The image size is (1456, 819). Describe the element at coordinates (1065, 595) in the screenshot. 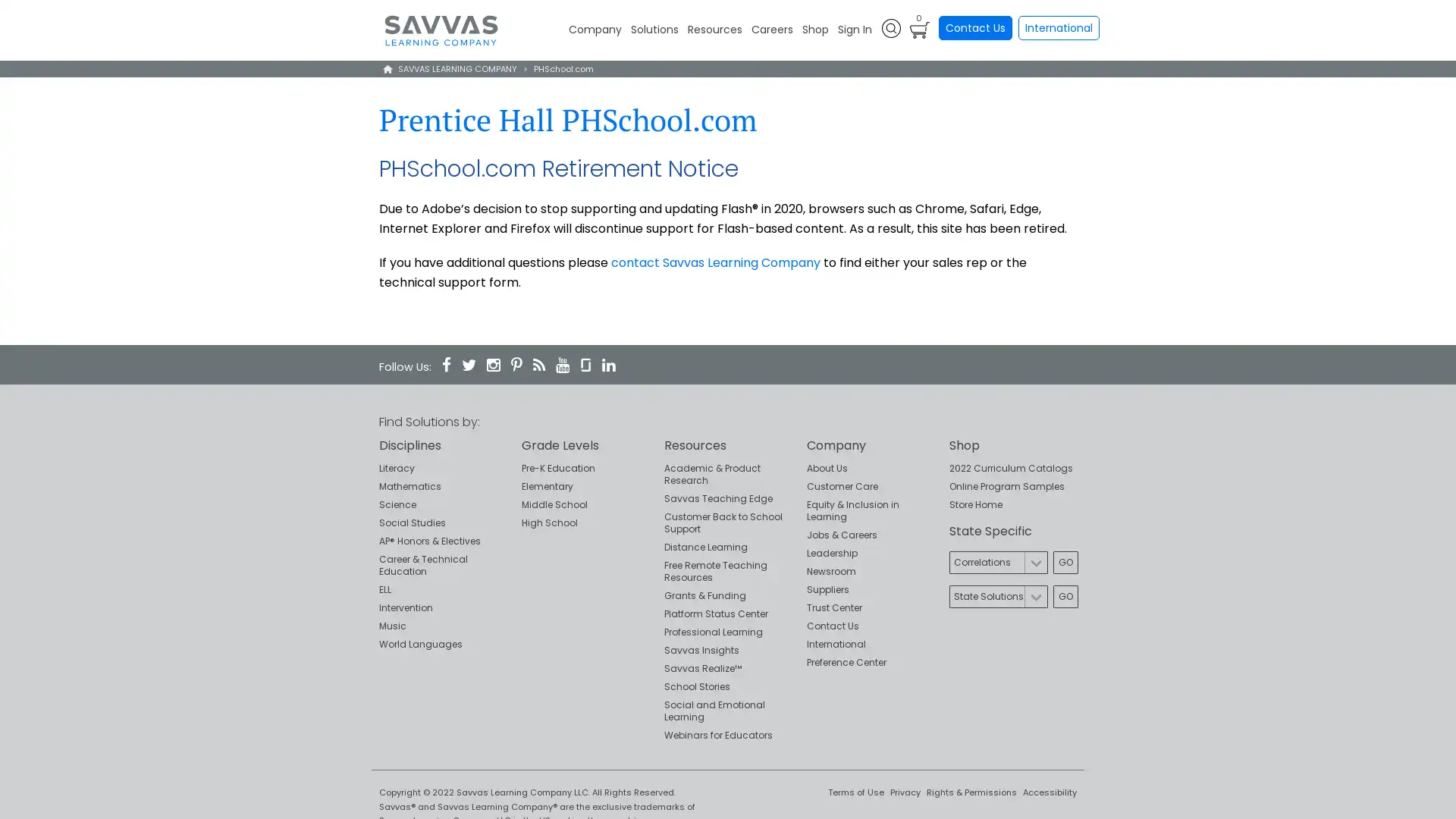

I see `Go` at that location.